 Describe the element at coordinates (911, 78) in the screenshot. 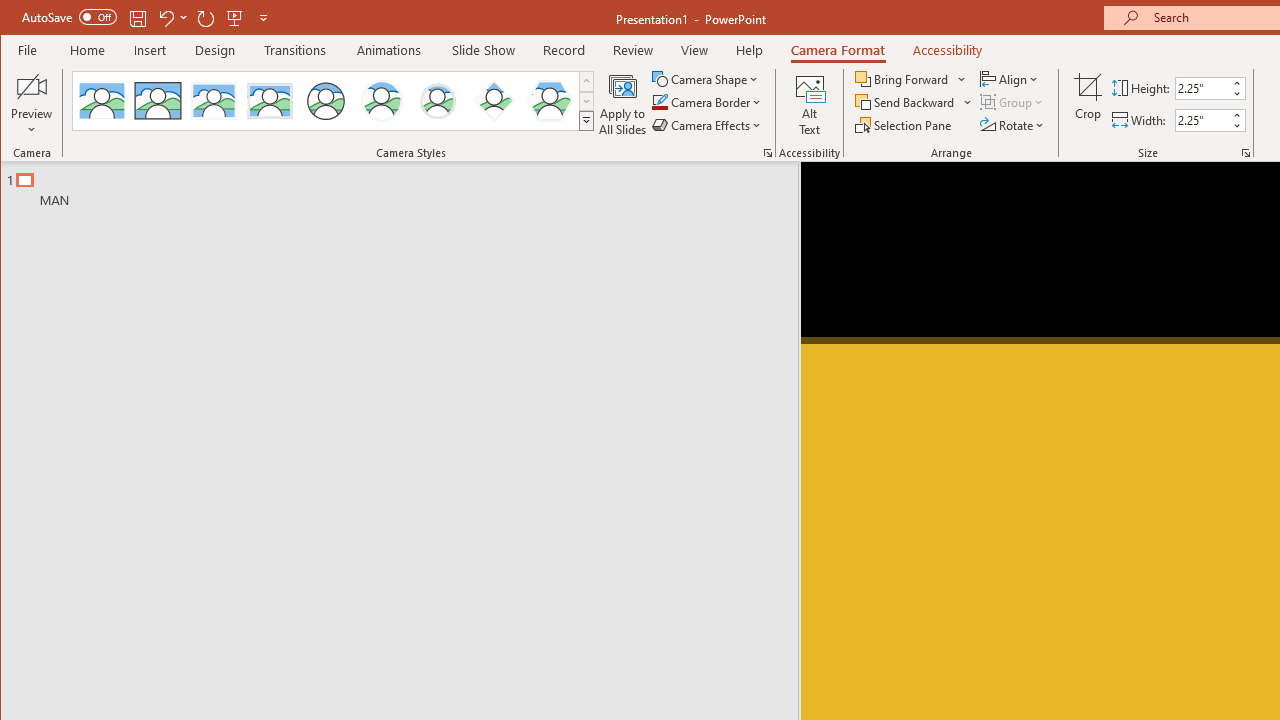

I see `'Bring Forward'` at that location.